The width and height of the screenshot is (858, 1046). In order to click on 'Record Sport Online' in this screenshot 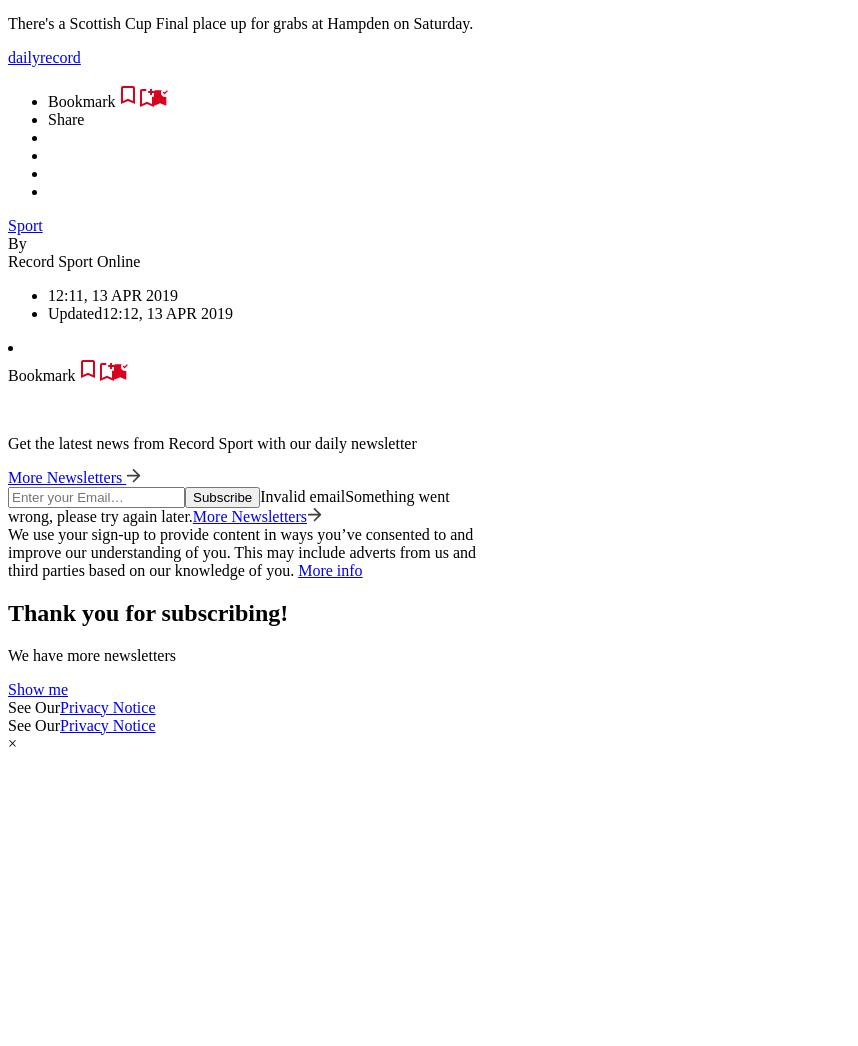, I will do `click(72, 259)`.